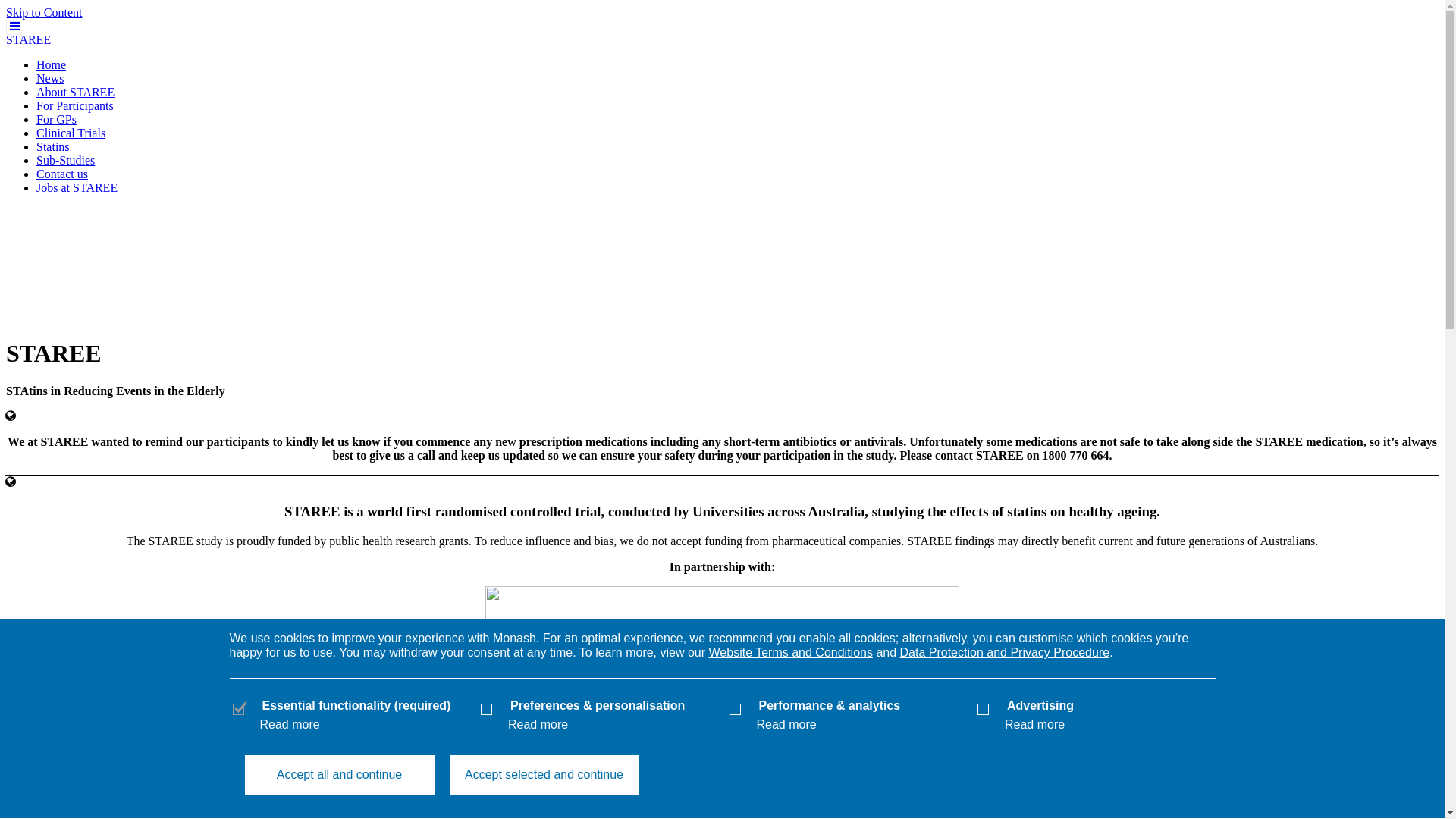 The image size is (1456, 819). What do you see at coordinates (76, 187) in the screenshot?
I see `'Jobs at STAREE'` at bounding box center [76, 187].